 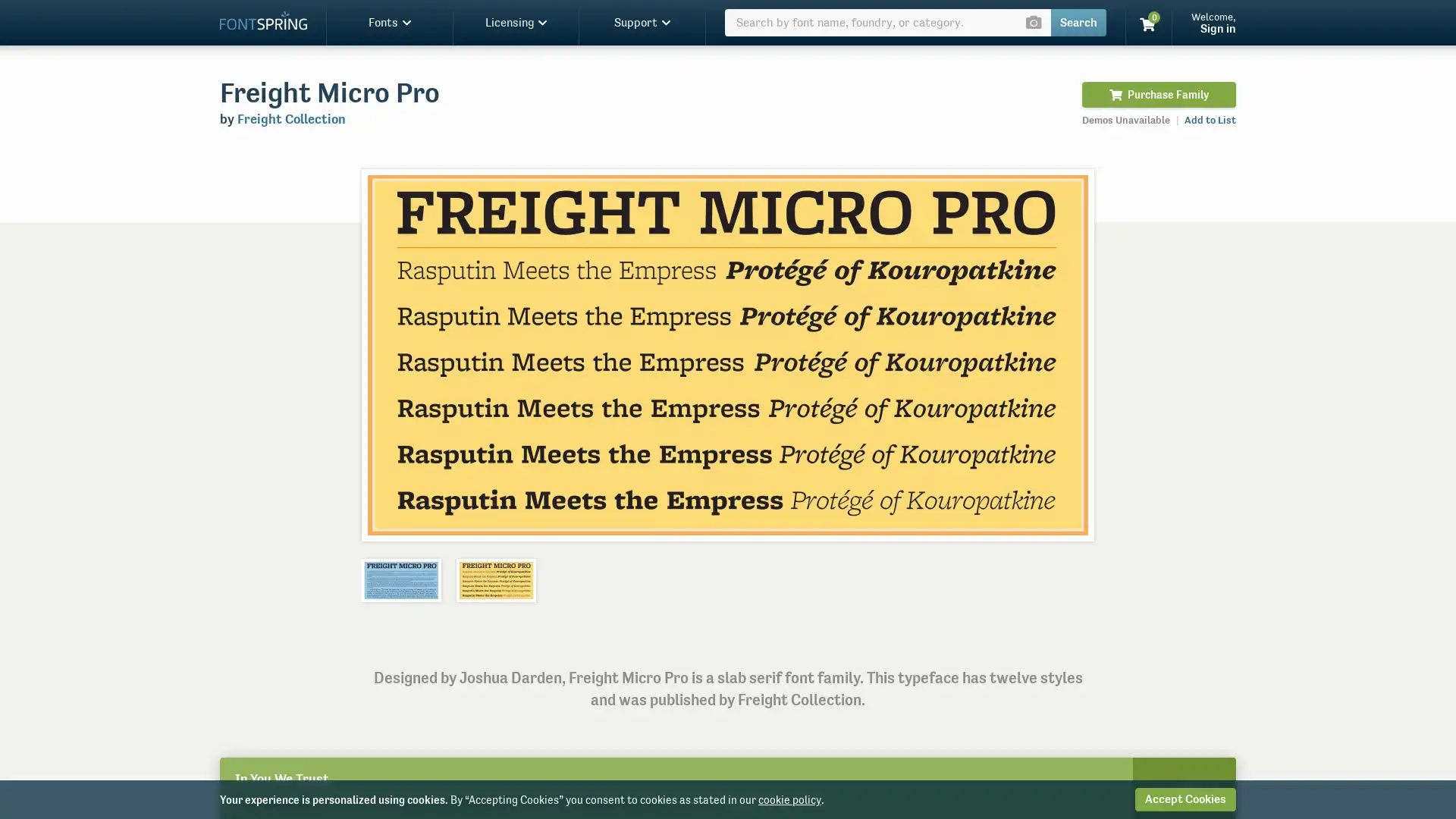 What do you see at coordinates (1185, 799) in the screenshot?
I see `Accept Cookies` at bounding box center [1185, 799].